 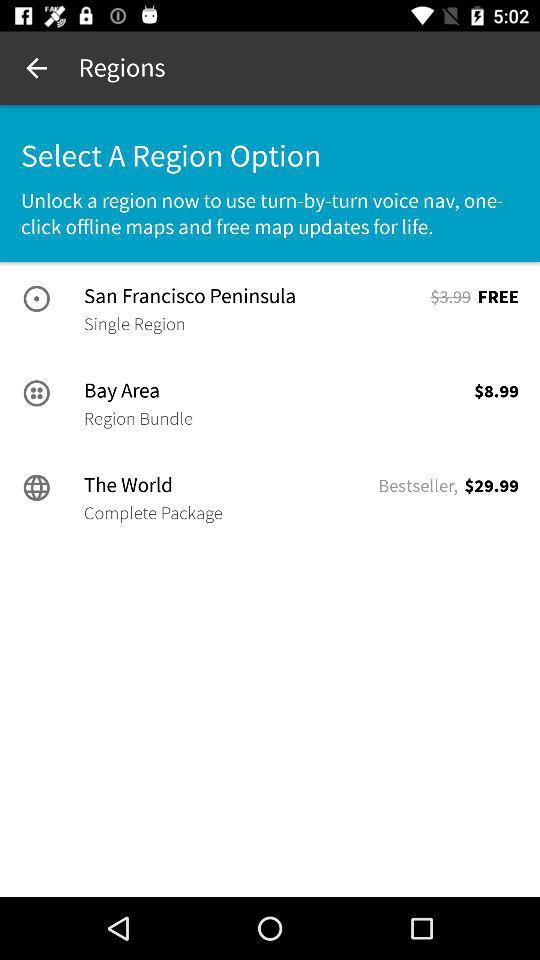 I want to click on item above the region bundle, so click(x=272, y=389).